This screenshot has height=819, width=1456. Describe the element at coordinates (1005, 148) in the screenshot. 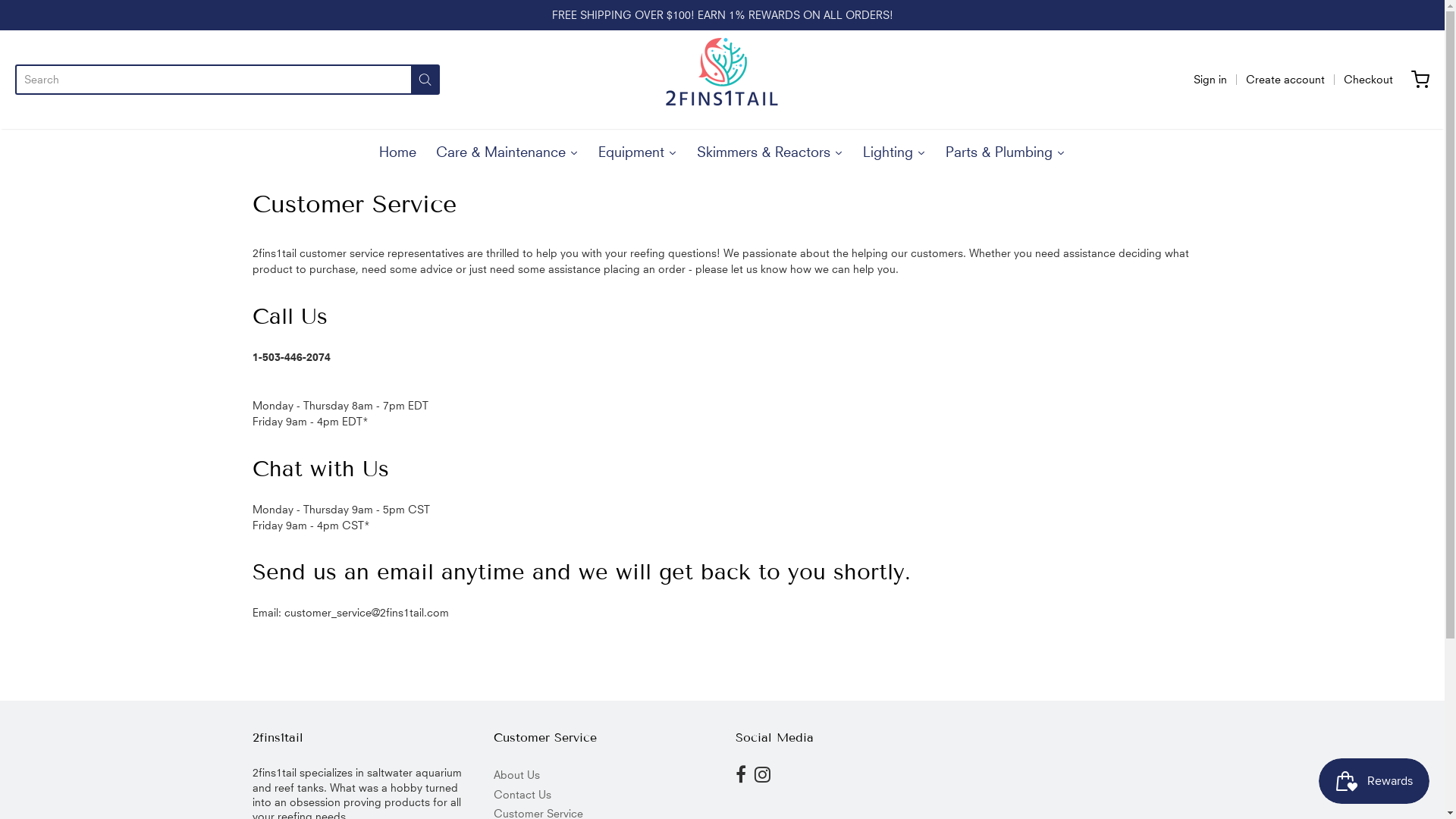

I see `'Parts & Plumbing'` at that location.